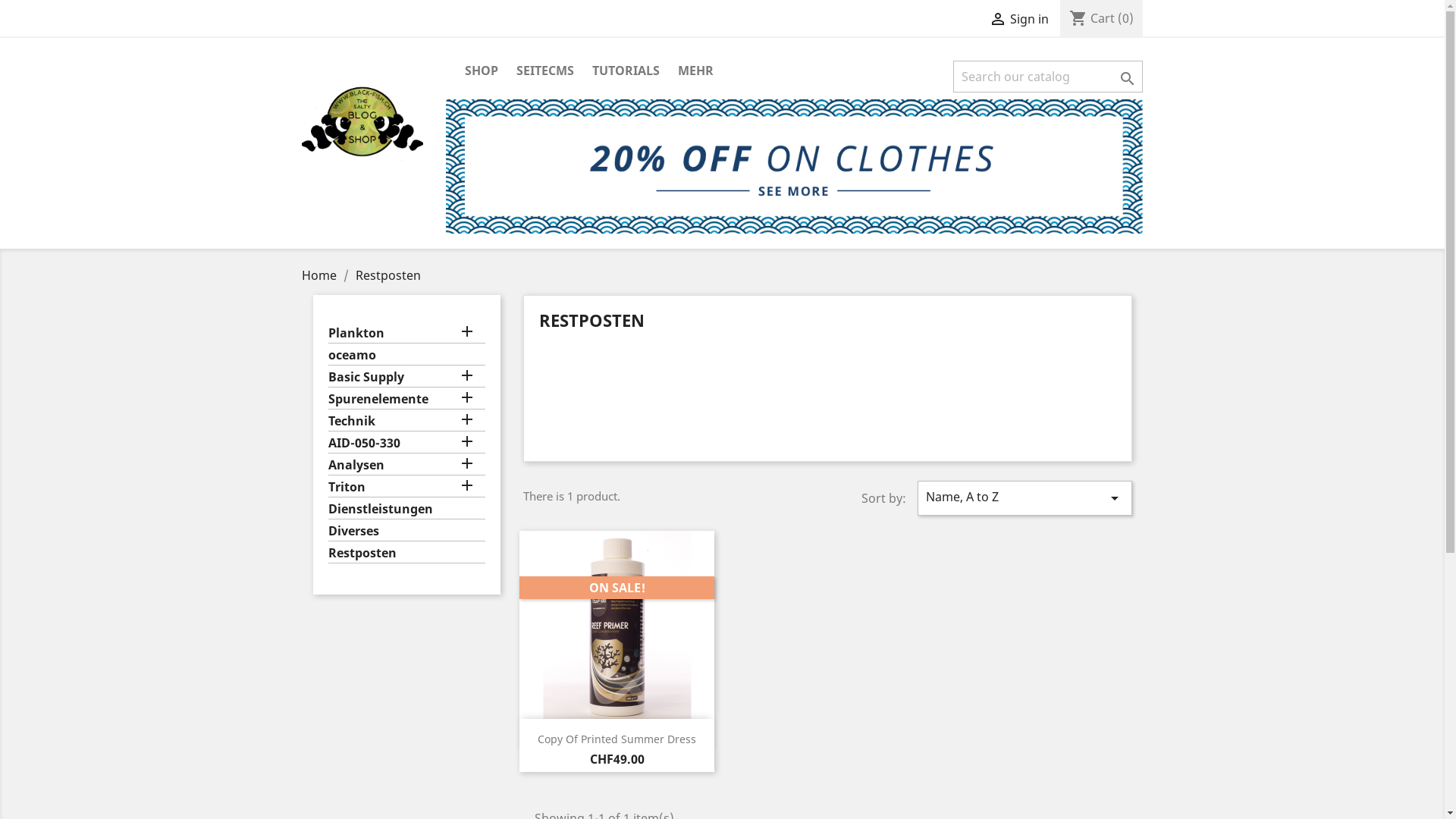 Image resolution: width=1456 pixels, height=819 pixels. I want to click on 'Diverses', so click(406, 532).